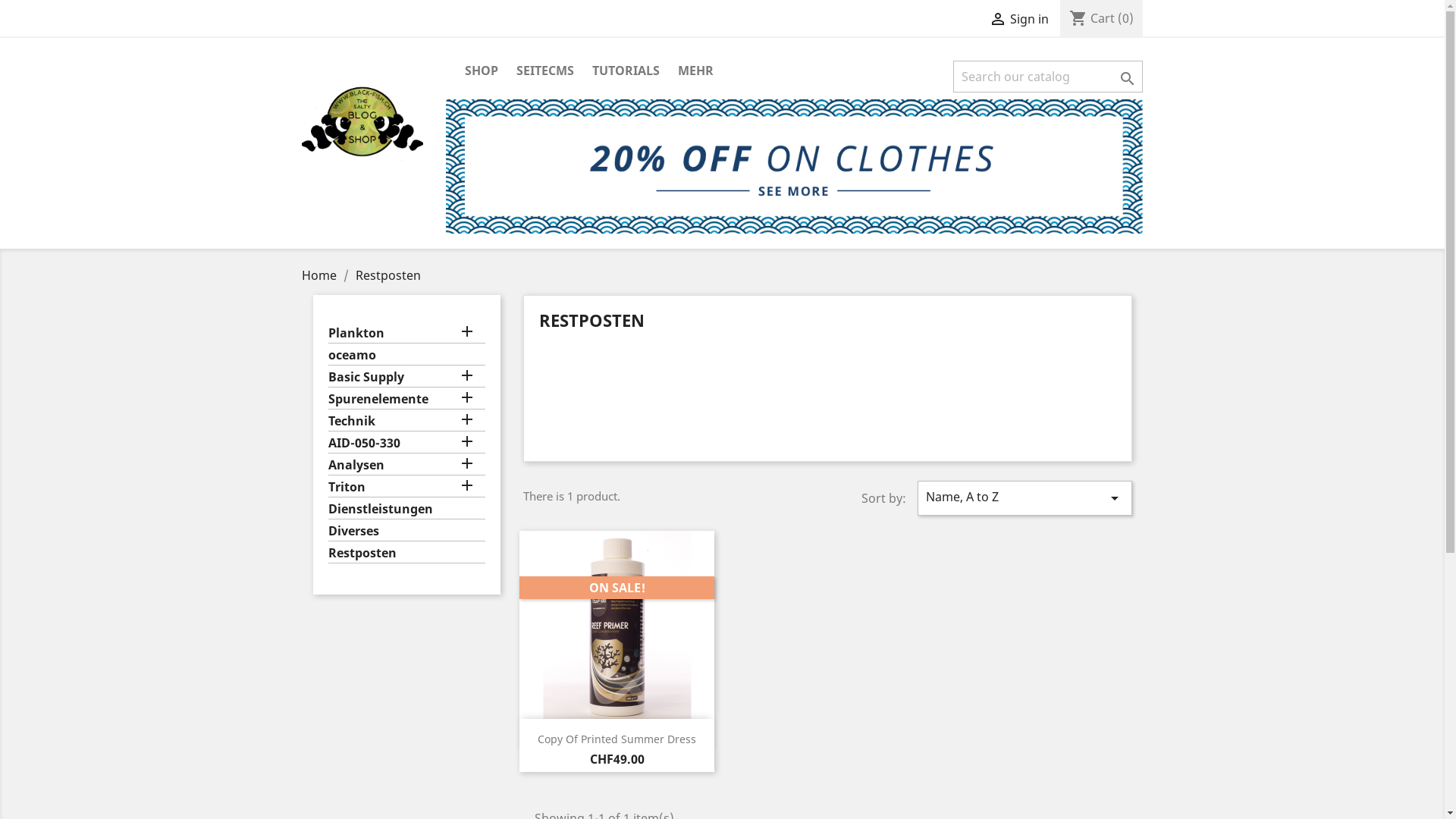 Image resolution: width=1456 pixels, height=819 pixels. I want to click on 'Diverses', so click(406, 532).